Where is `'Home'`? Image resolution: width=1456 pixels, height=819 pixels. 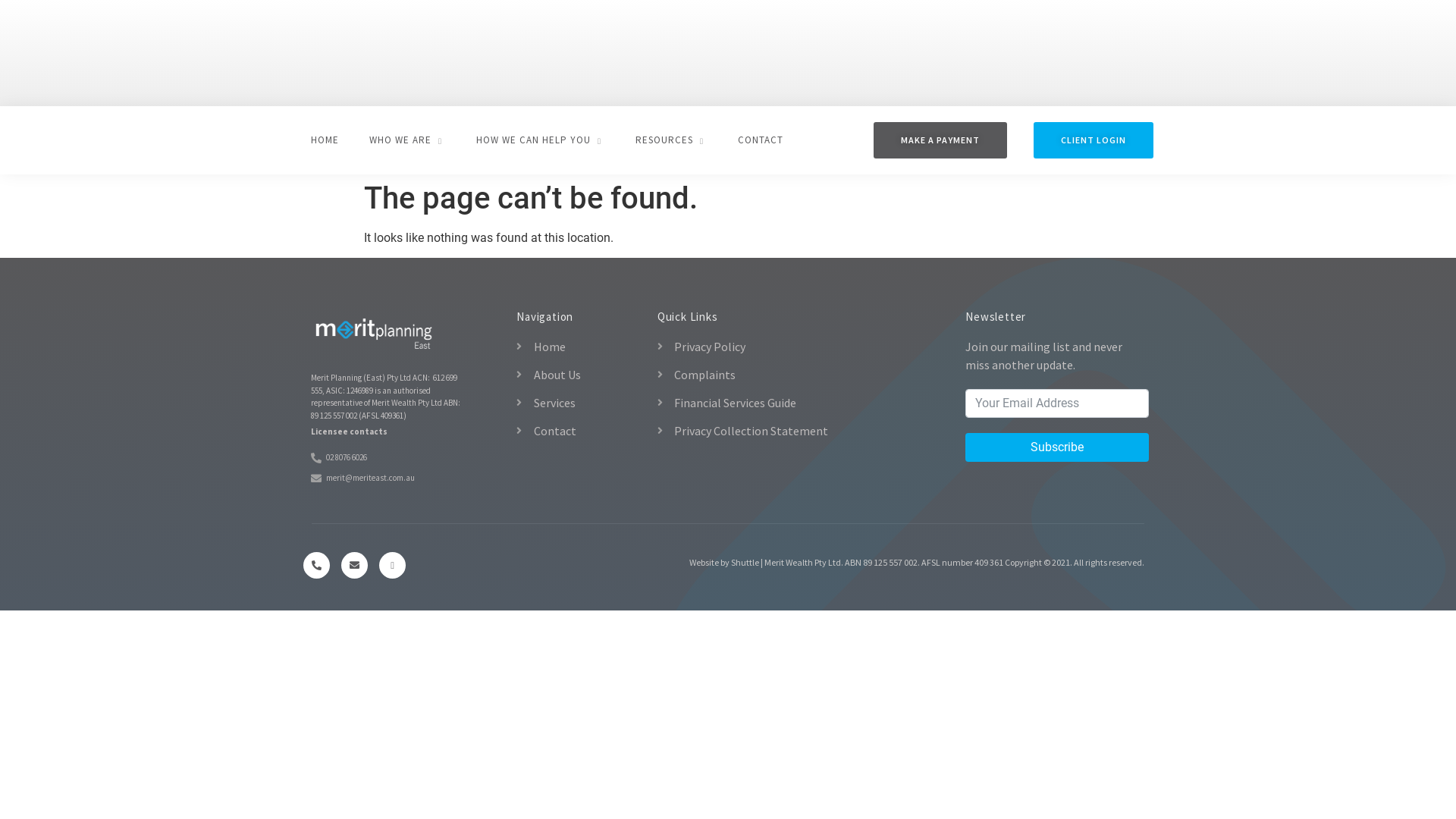
'Home' is located at coordinates (578, 346).